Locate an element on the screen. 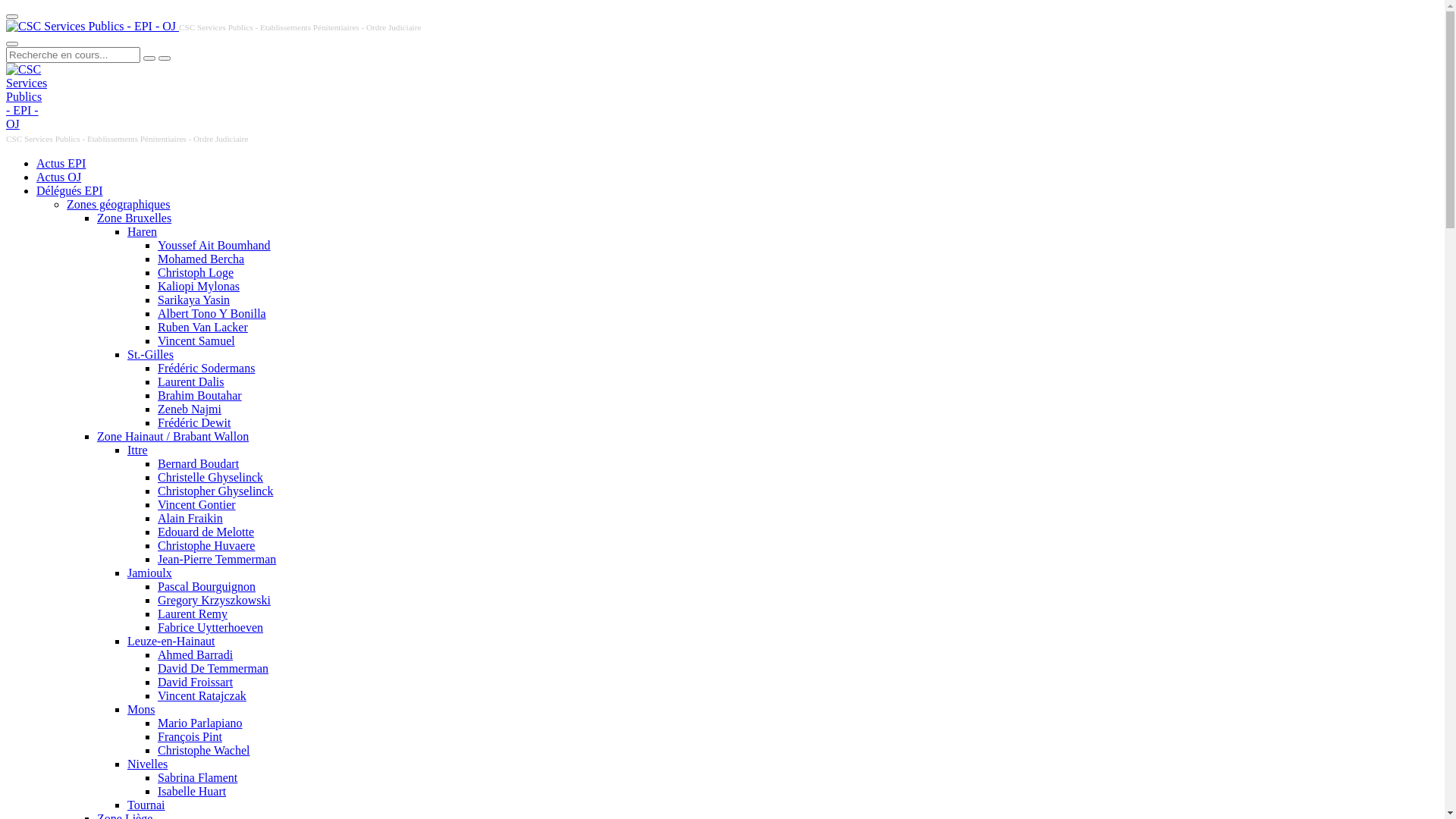 The image size is (1456, 819). 'David Froissart' is located at coordinates (194, 681).